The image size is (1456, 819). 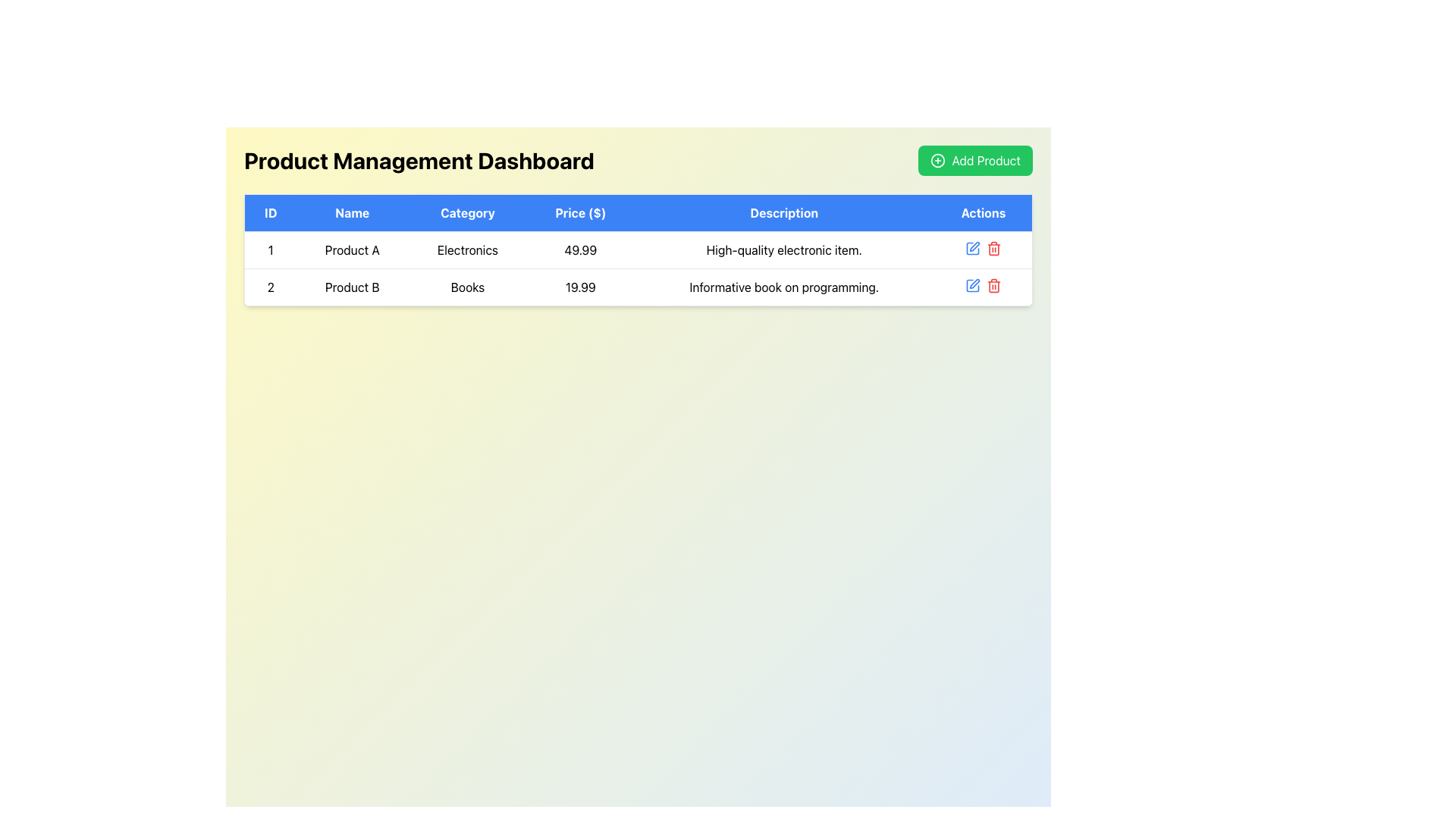 What do you see at coordinates (270, 287) in the screenshot?
I see `the numerical label displaying the value '2' which represents the ID of a product, located in the column labeled 'ID'` at bounding box center [270, 287].